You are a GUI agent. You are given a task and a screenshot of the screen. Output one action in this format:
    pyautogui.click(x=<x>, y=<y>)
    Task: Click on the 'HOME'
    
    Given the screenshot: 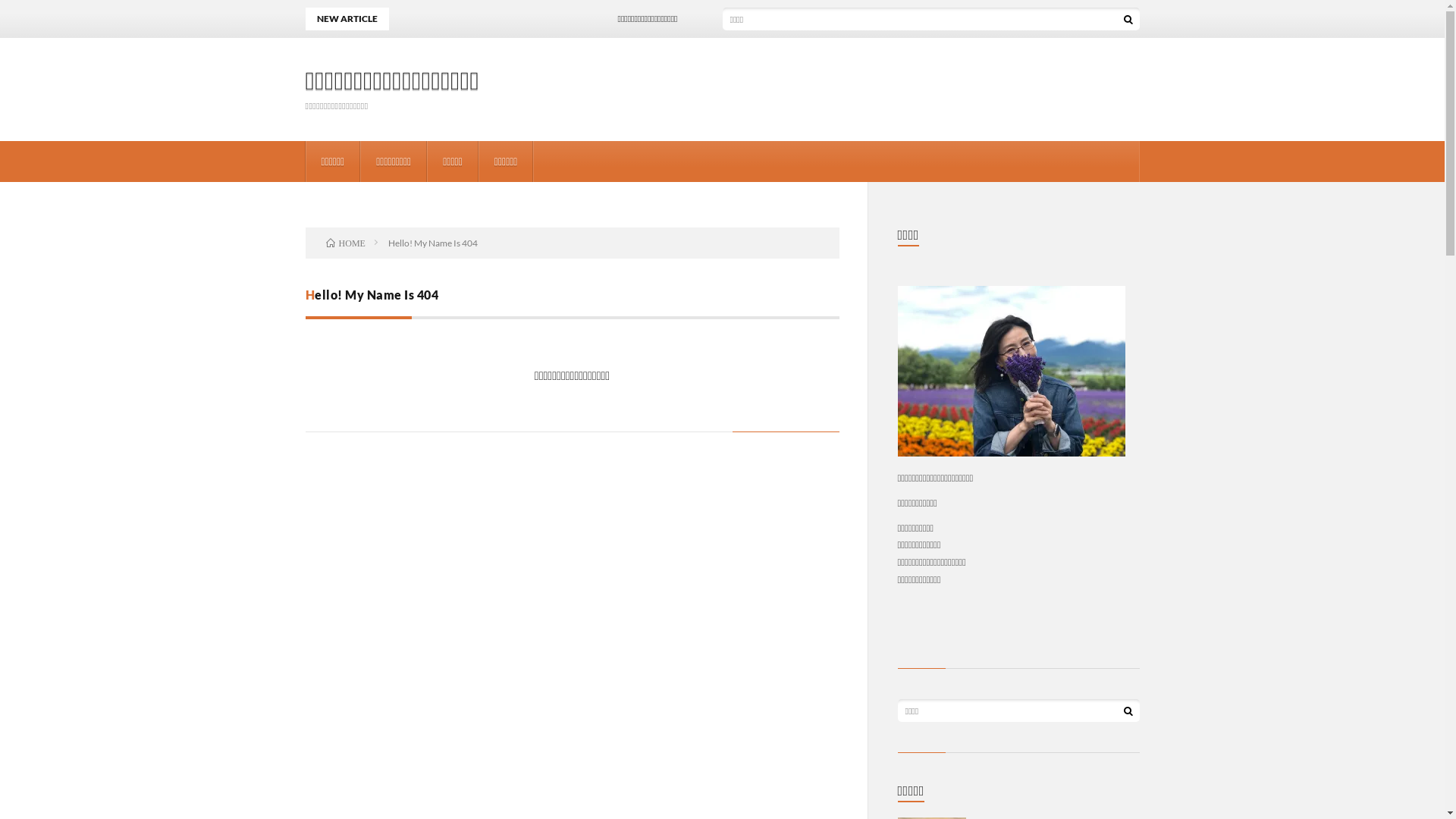 What is the action you would take?
    pyautogui.click(x=345, y=242)
    